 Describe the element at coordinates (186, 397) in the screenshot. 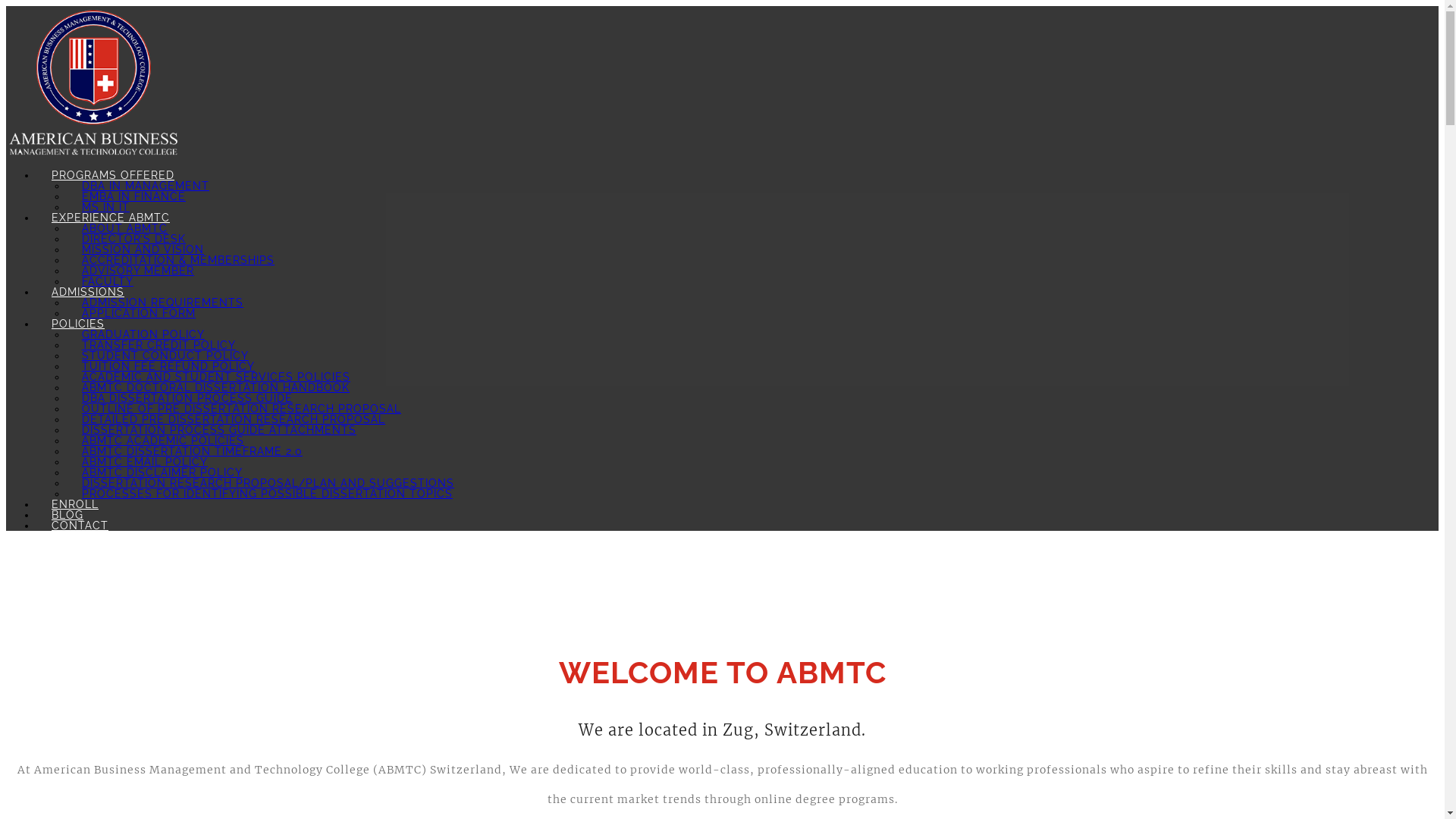

I see `'DBA DISSERTATION PROCESS GUIDE'` at that location.